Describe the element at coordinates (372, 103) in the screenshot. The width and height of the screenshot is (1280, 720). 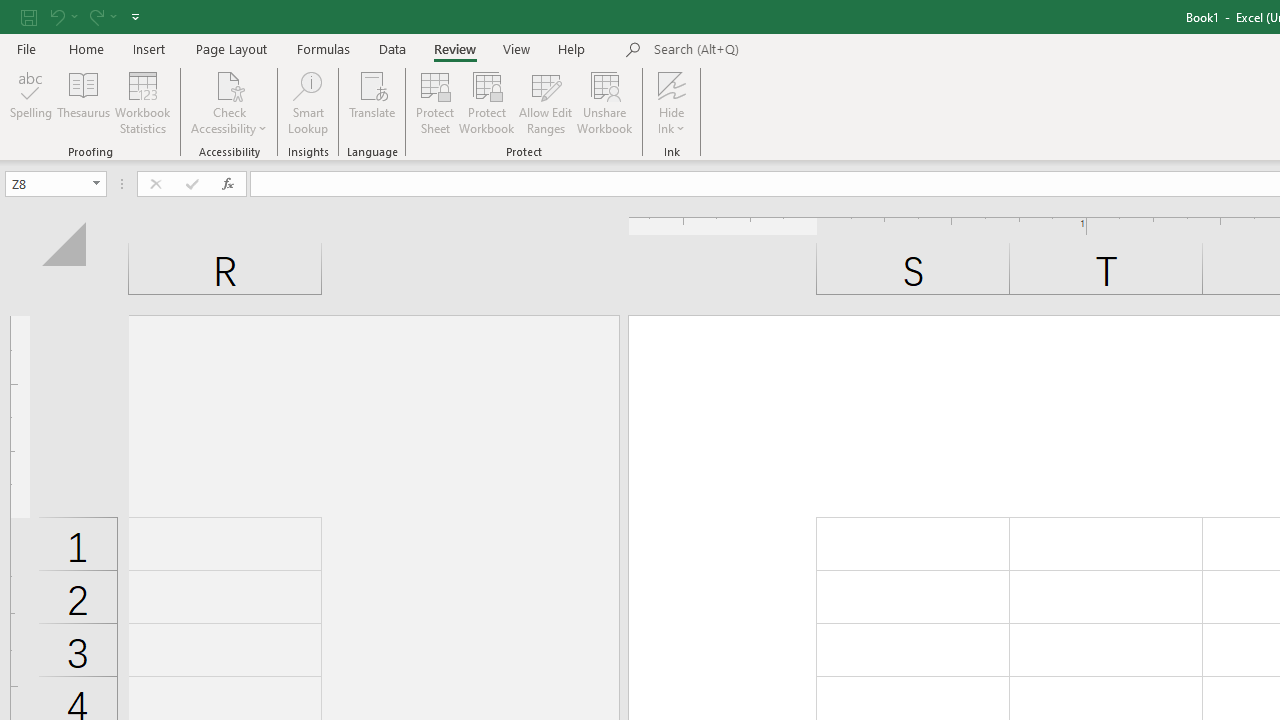
I see `'Translate'` at that location.